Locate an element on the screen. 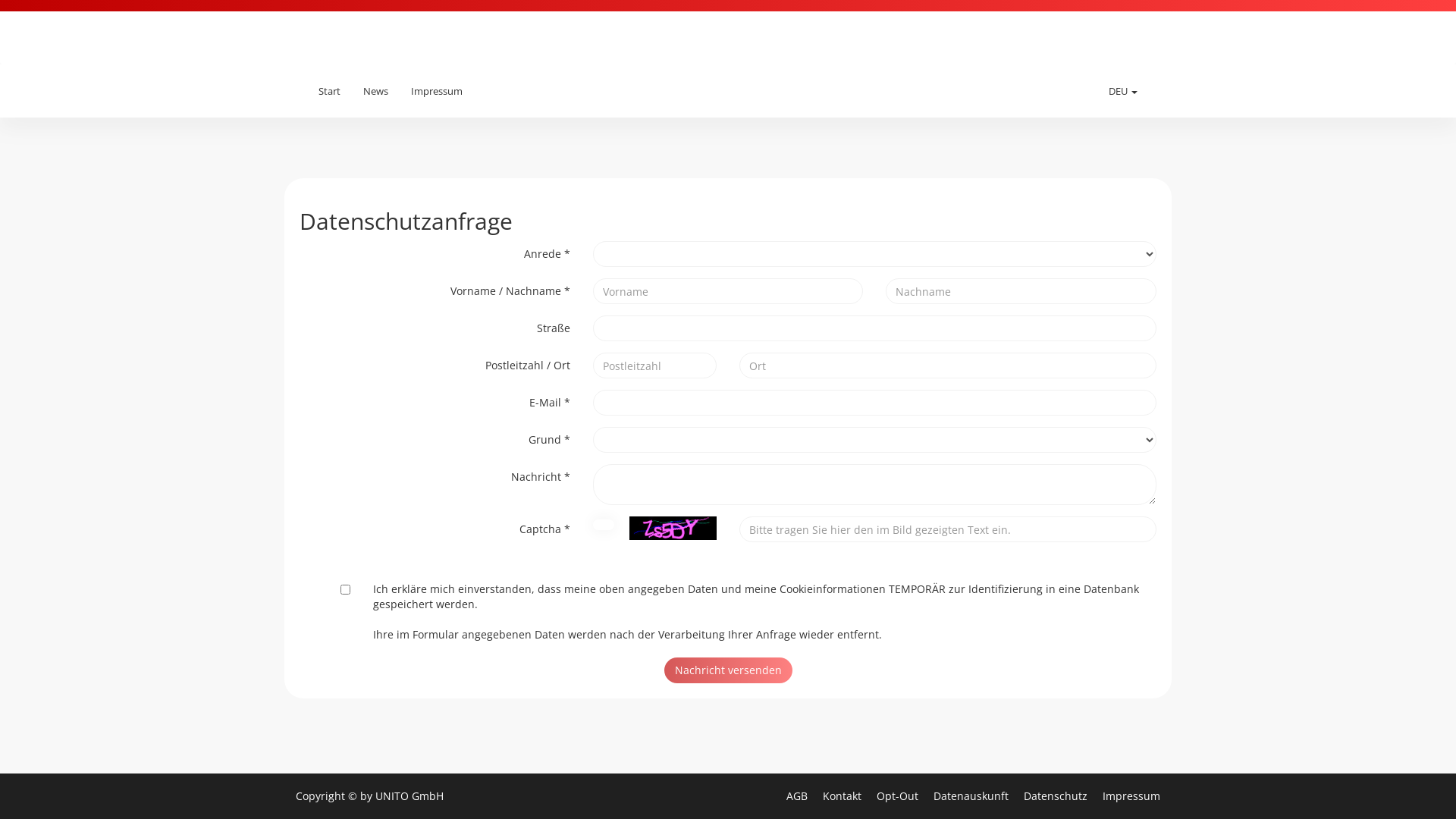  'AGB' is located at coordinates (797, 795).